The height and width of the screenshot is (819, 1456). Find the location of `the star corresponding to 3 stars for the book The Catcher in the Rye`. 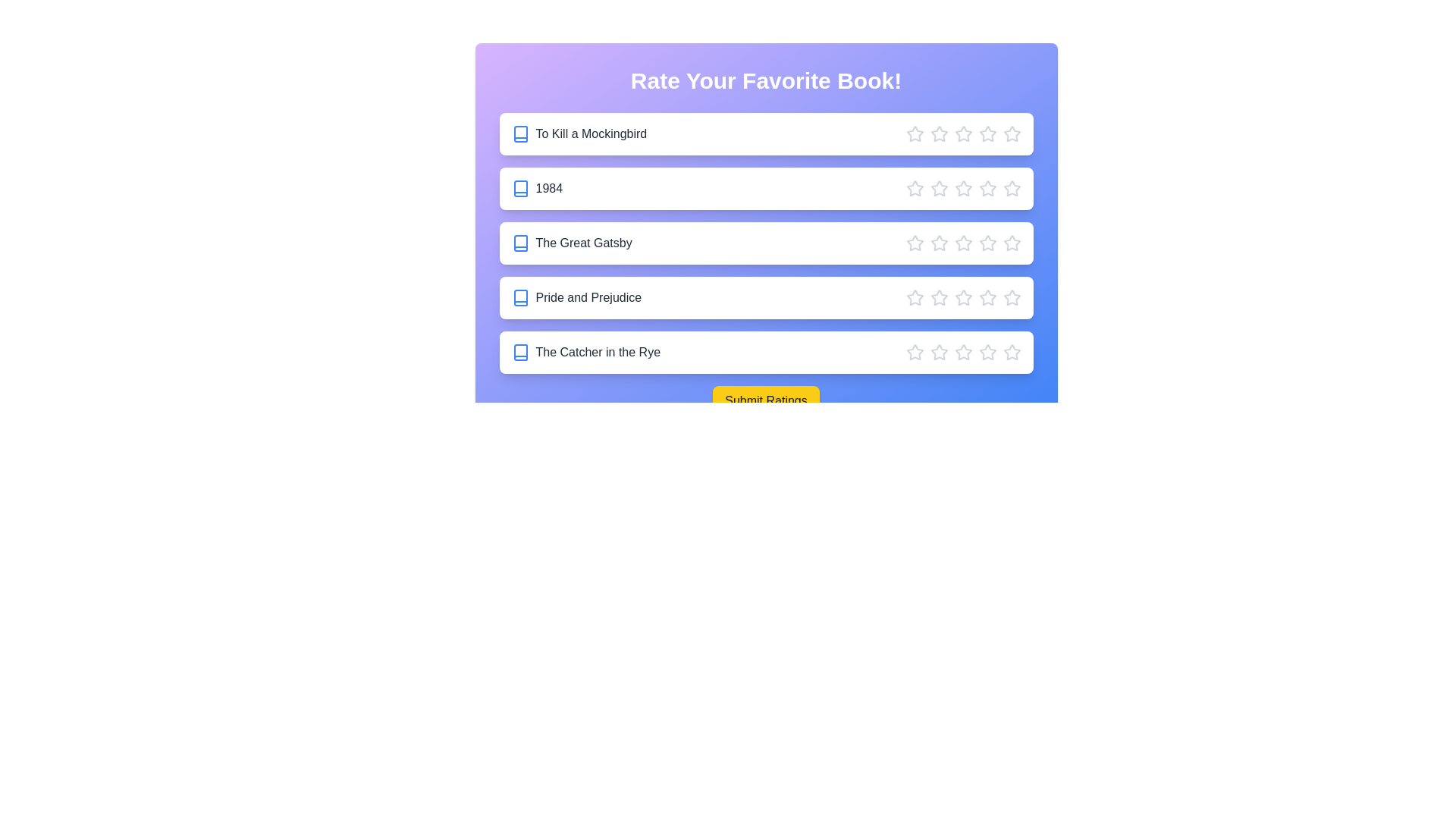

the star corresponding to 3 stars for the book The Catcher in the Rye is located at coordinates (962, 353).